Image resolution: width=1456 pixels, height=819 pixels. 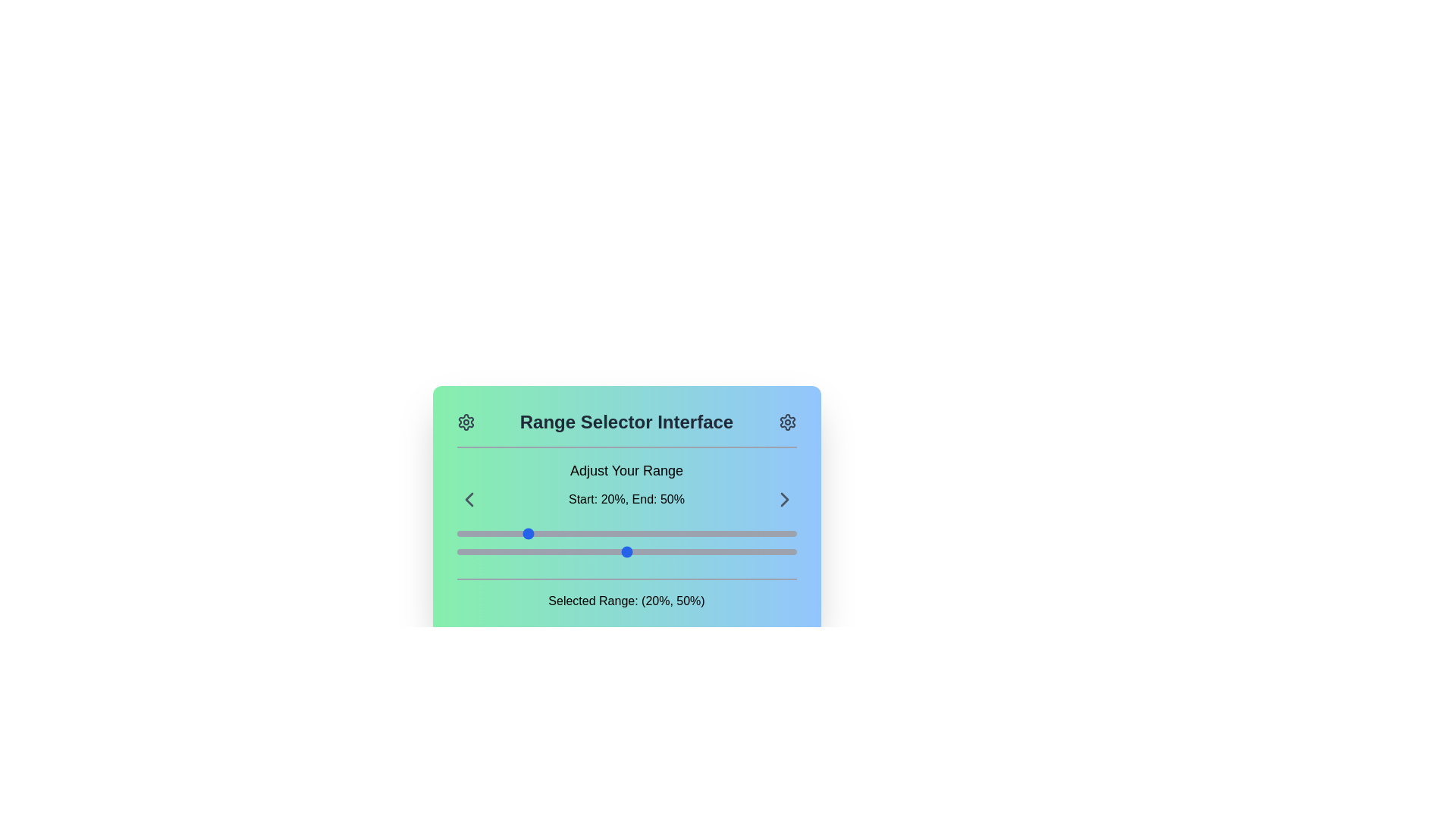 What do you see at coordinates (784, 500) in the screenshot?
I see `the navigation button located on the right side of the text 'Start: 20%, End: 50%', which allows users to proceed to the next item or step` at bounding box center [784, 500].